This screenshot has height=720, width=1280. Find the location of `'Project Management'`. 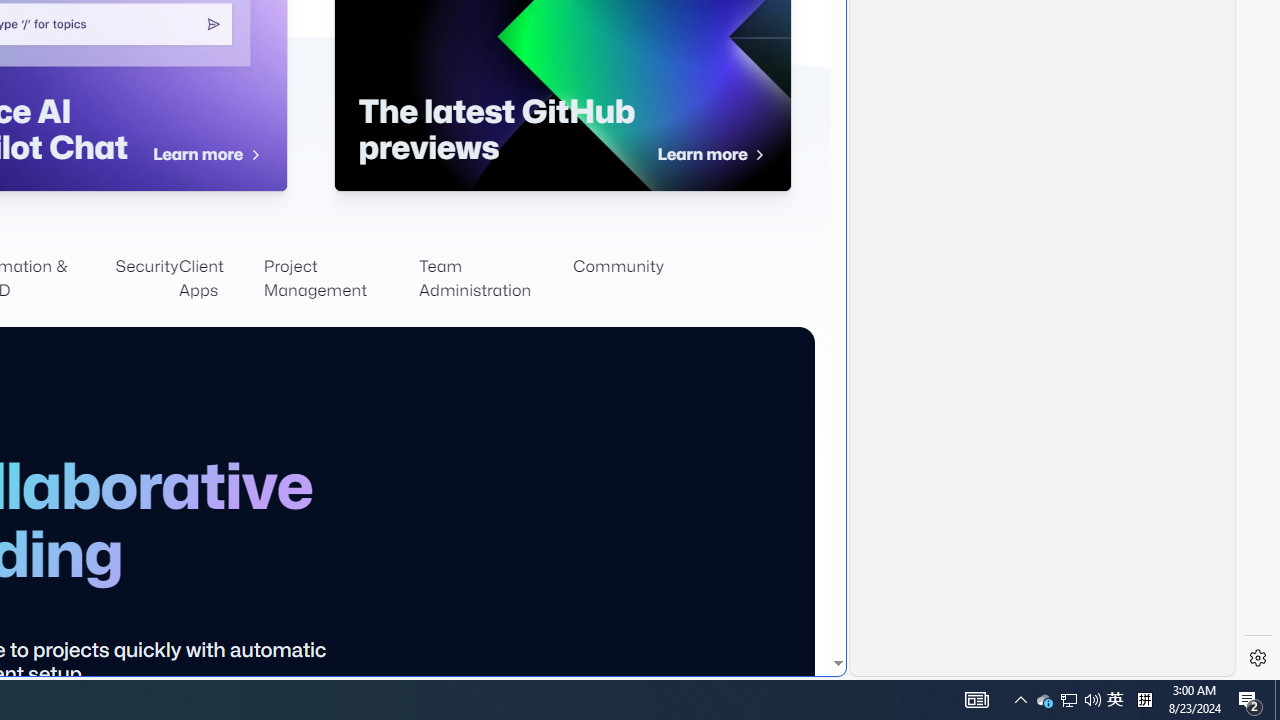

'Project Management' is located at coordinates (340, 279).